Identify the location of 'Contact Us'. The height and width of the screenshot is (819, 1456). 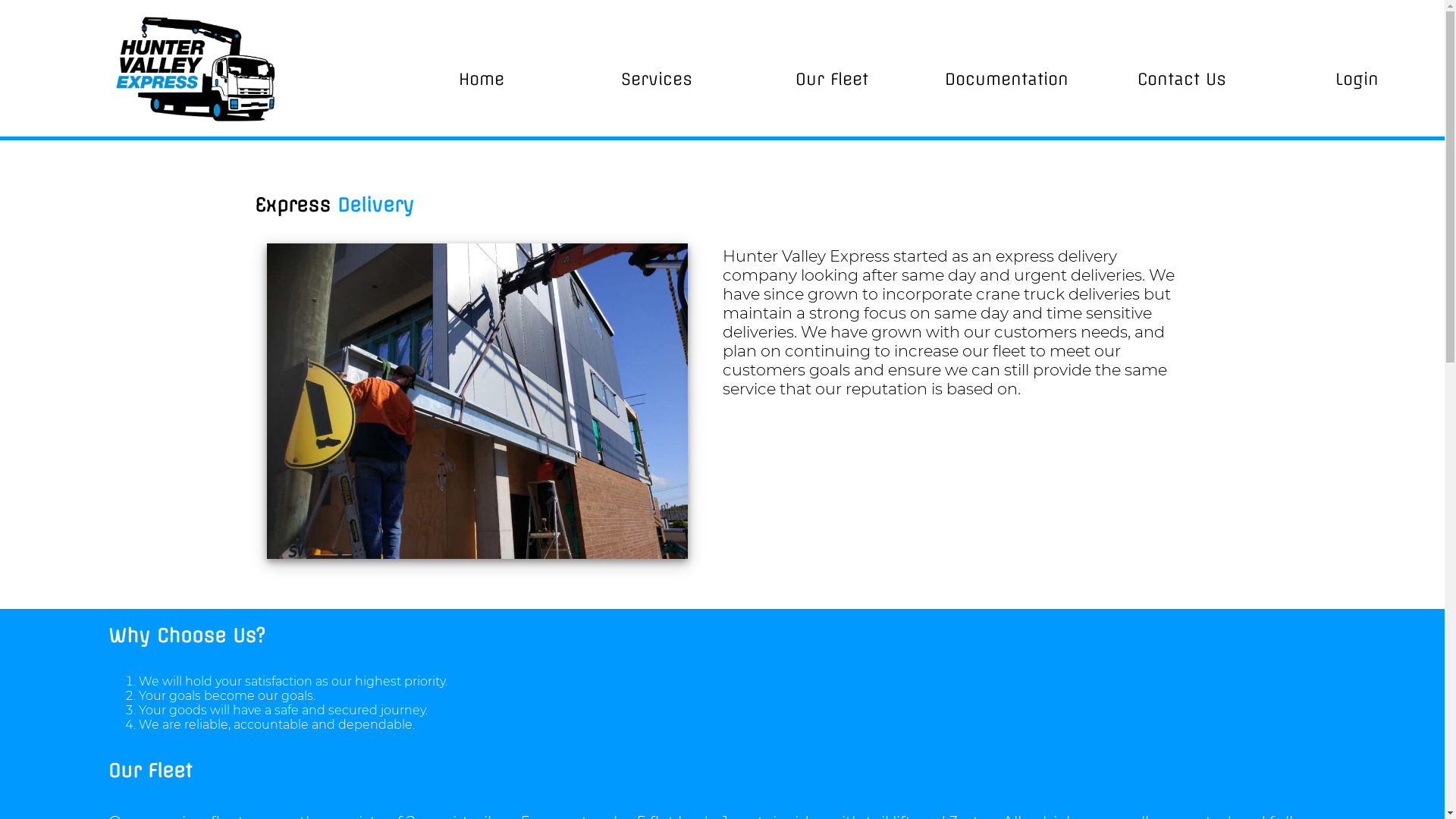
(1181, 79).